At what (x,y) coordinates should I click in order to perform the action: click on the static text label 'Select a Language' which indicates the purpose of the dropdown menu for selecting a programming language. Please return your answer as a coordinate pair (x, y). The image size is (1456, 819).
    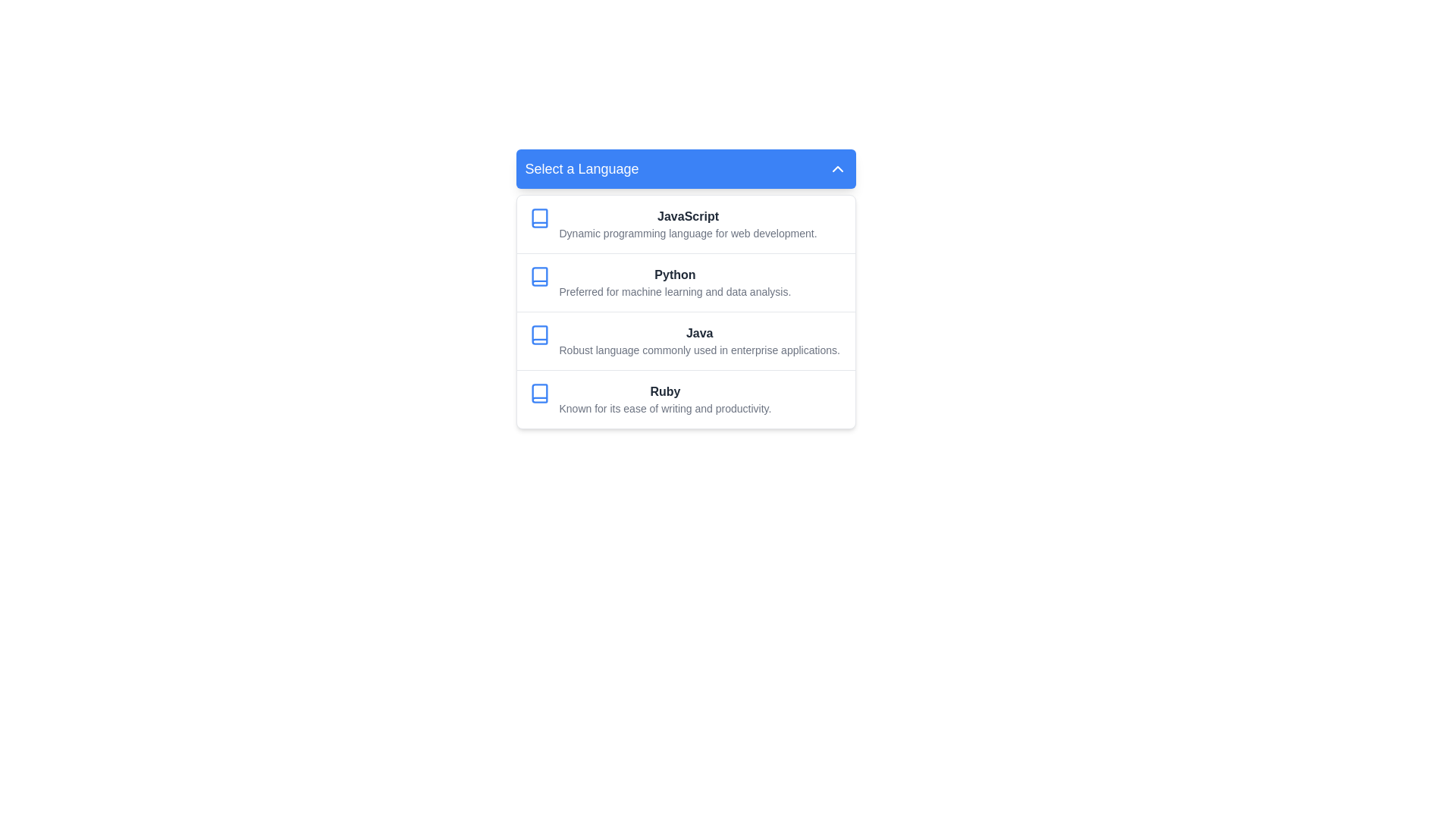
    Looking at the image, I should click on (581, 169).